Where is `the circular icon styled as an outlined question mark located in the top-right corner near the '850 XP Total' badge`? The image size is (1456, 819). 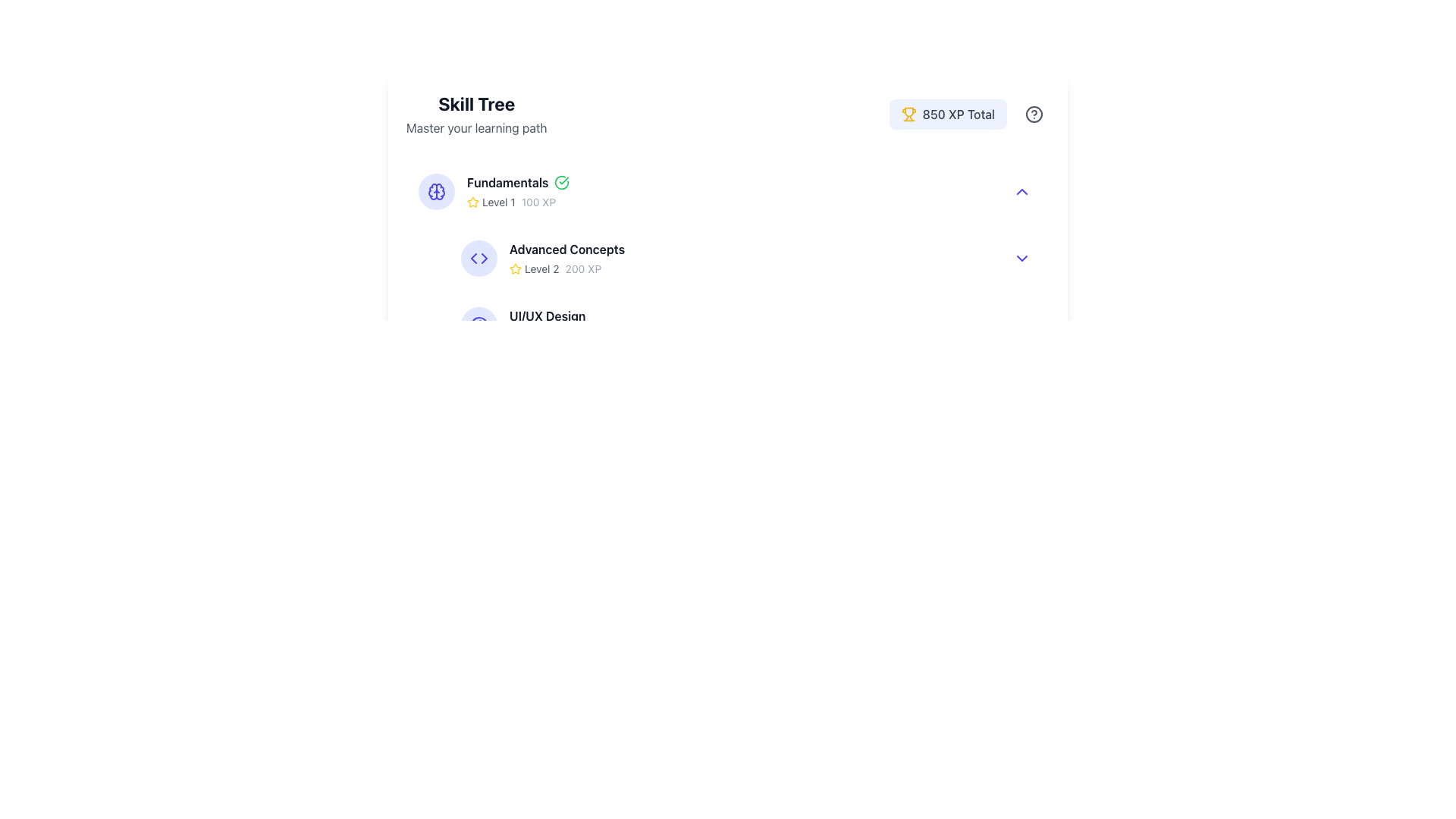
the circular icon styled as an outlined question mark located in the top-right corner near the '850 XP Total' badge is located at coordinates (1033, 113).